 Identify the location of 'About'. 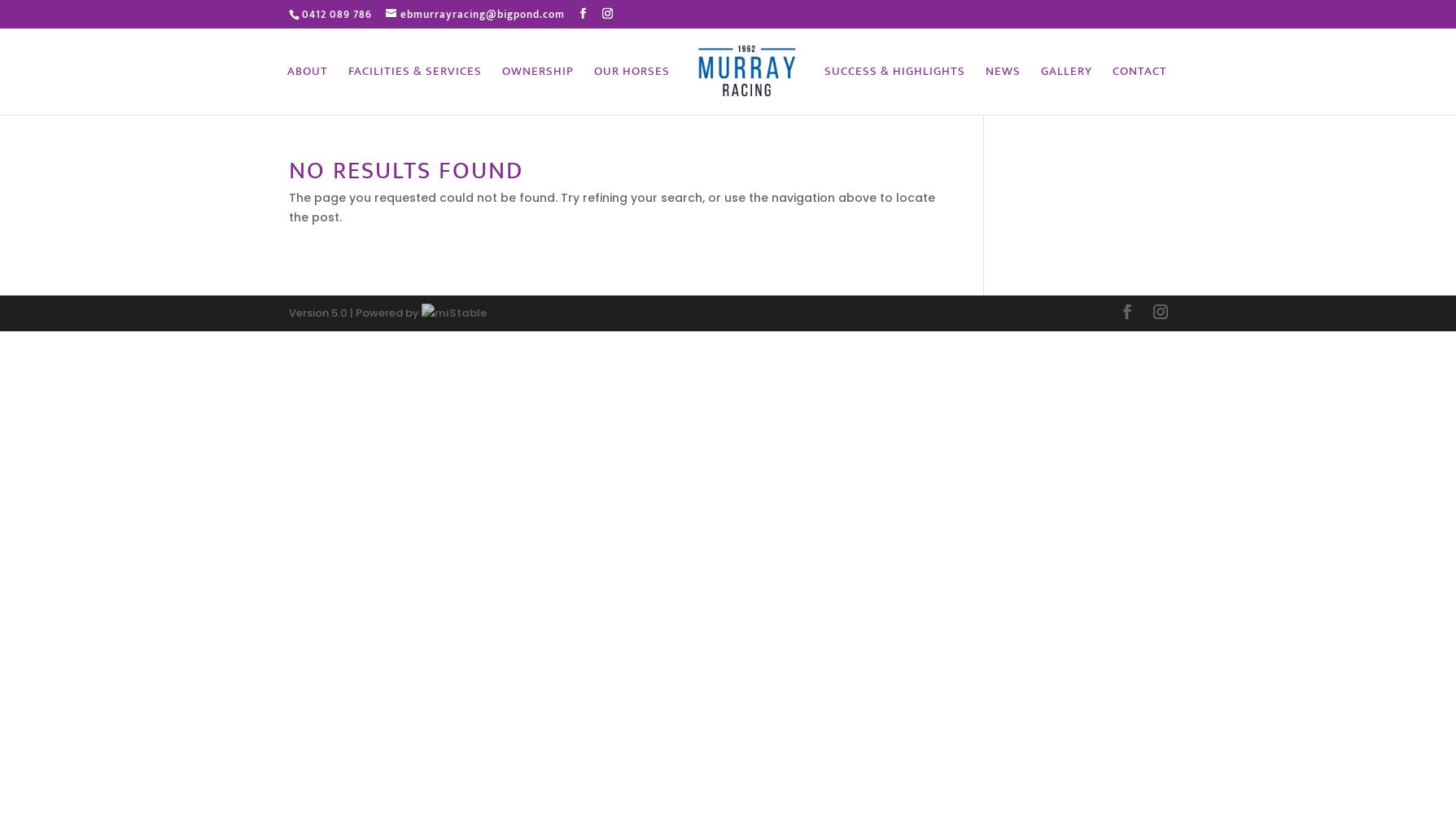
(307, 69).